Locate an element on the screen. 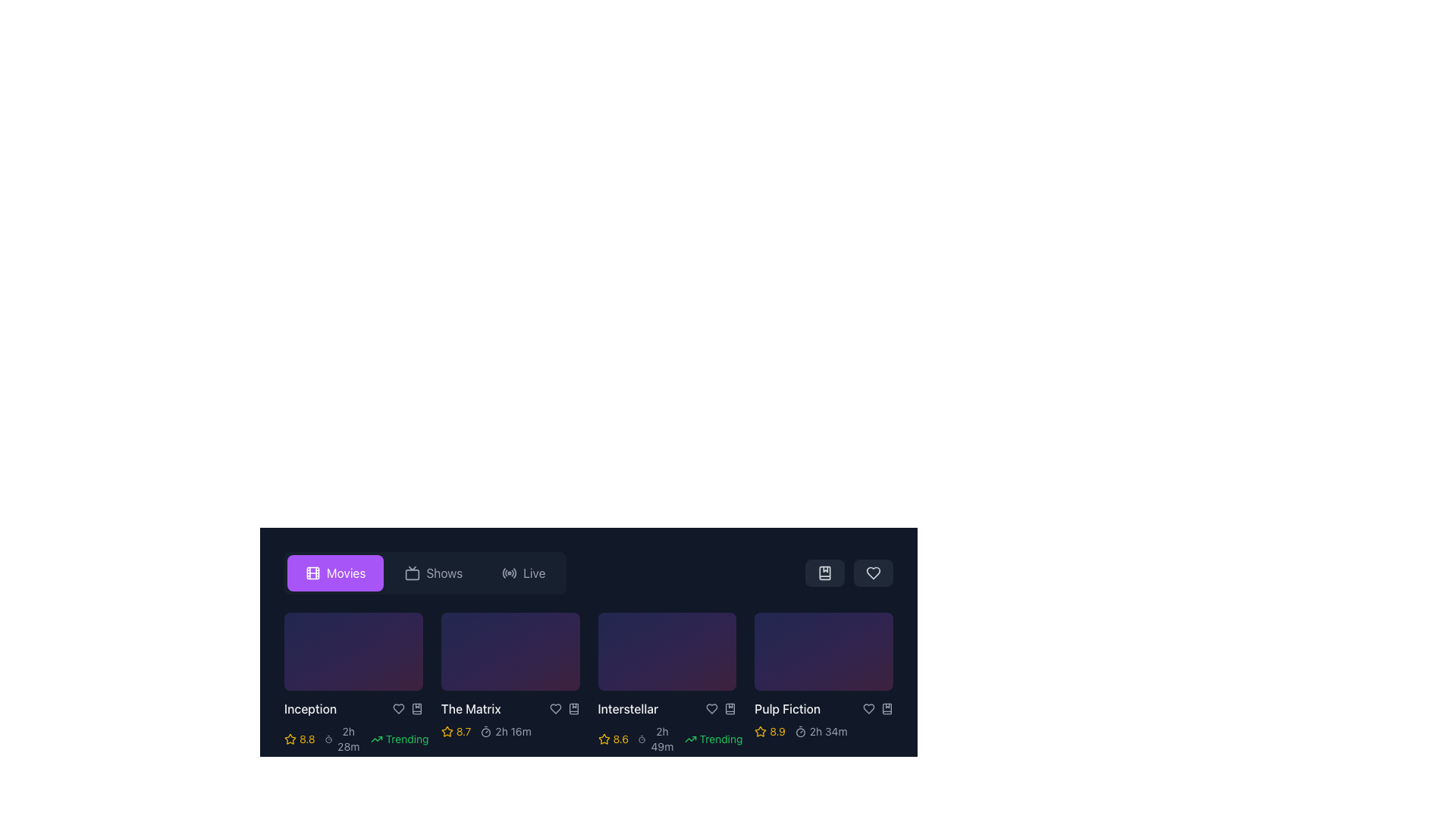  the decorative rectangle element styled as an outline within the SVG graphic, which is part of the larger TV or monitor icon located in the control bar at the top of the interface is located at coordinates (413, 575).